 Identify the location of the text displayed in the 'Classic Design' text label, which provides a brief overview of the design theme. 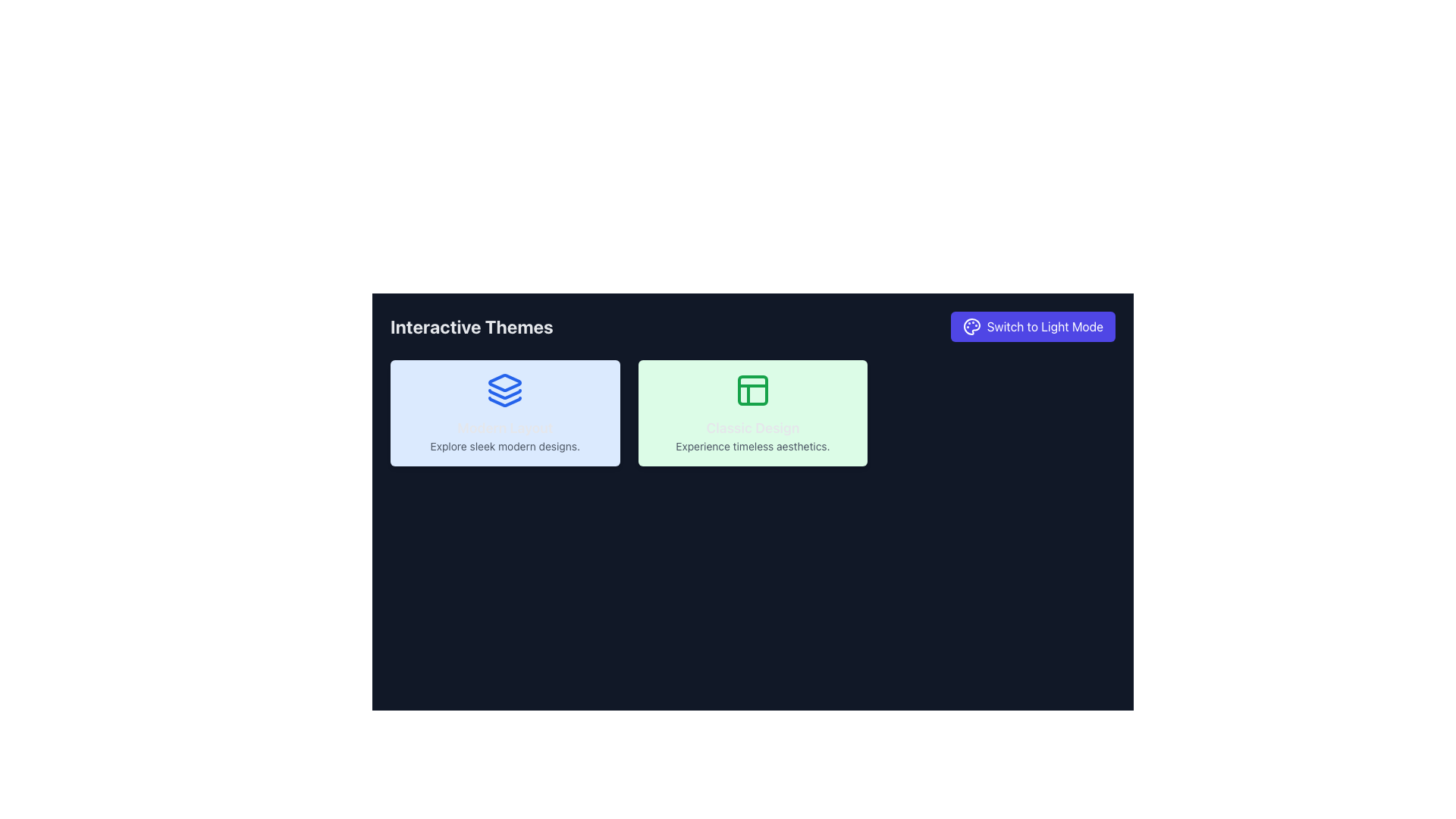
(753, 435).